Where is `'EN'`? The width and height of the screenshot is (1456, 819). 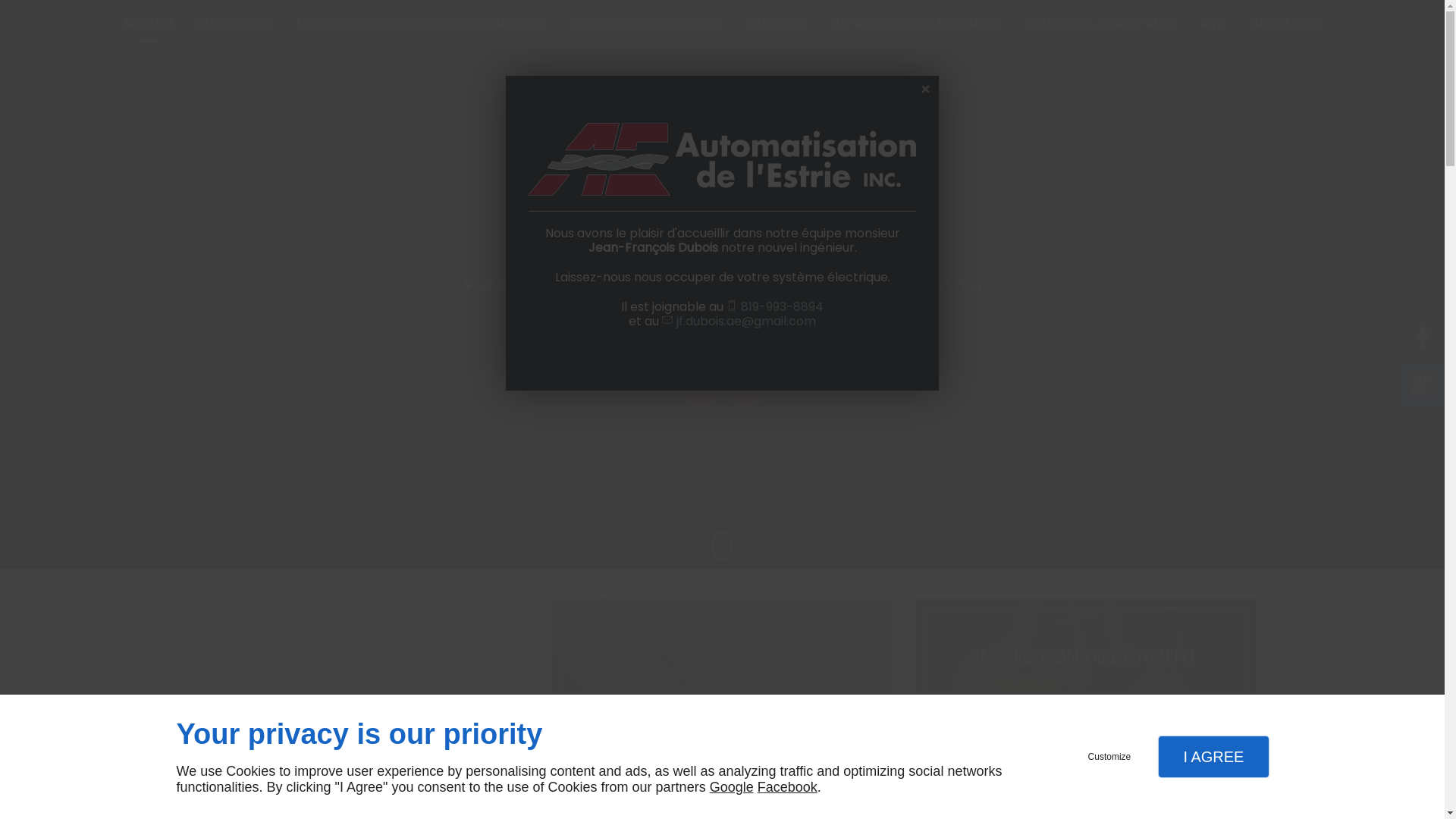
'EN' is located at coordinates (745, 387).